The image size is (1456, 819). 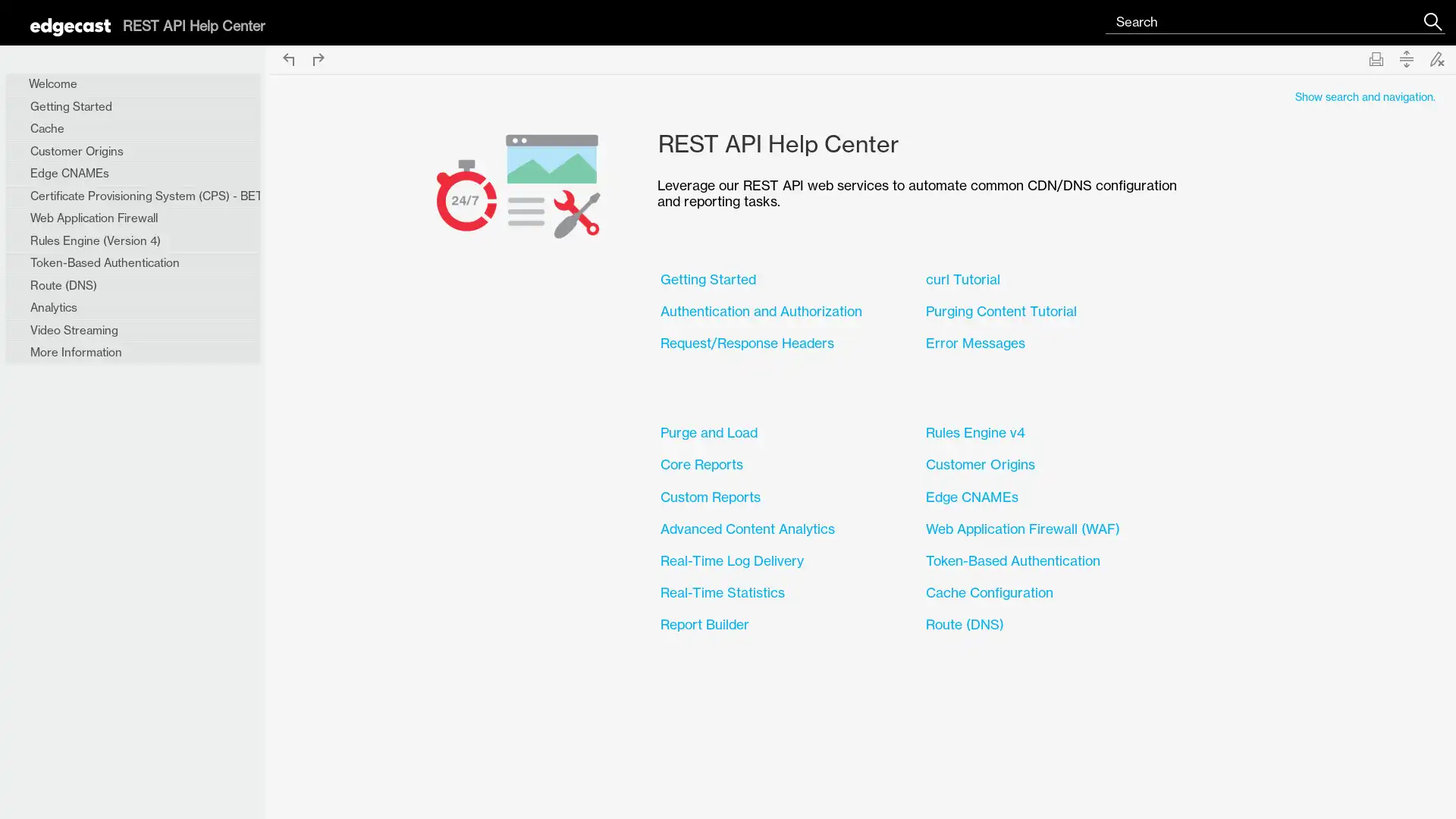 I want to click on expand all, so click(x=1405, y=58).